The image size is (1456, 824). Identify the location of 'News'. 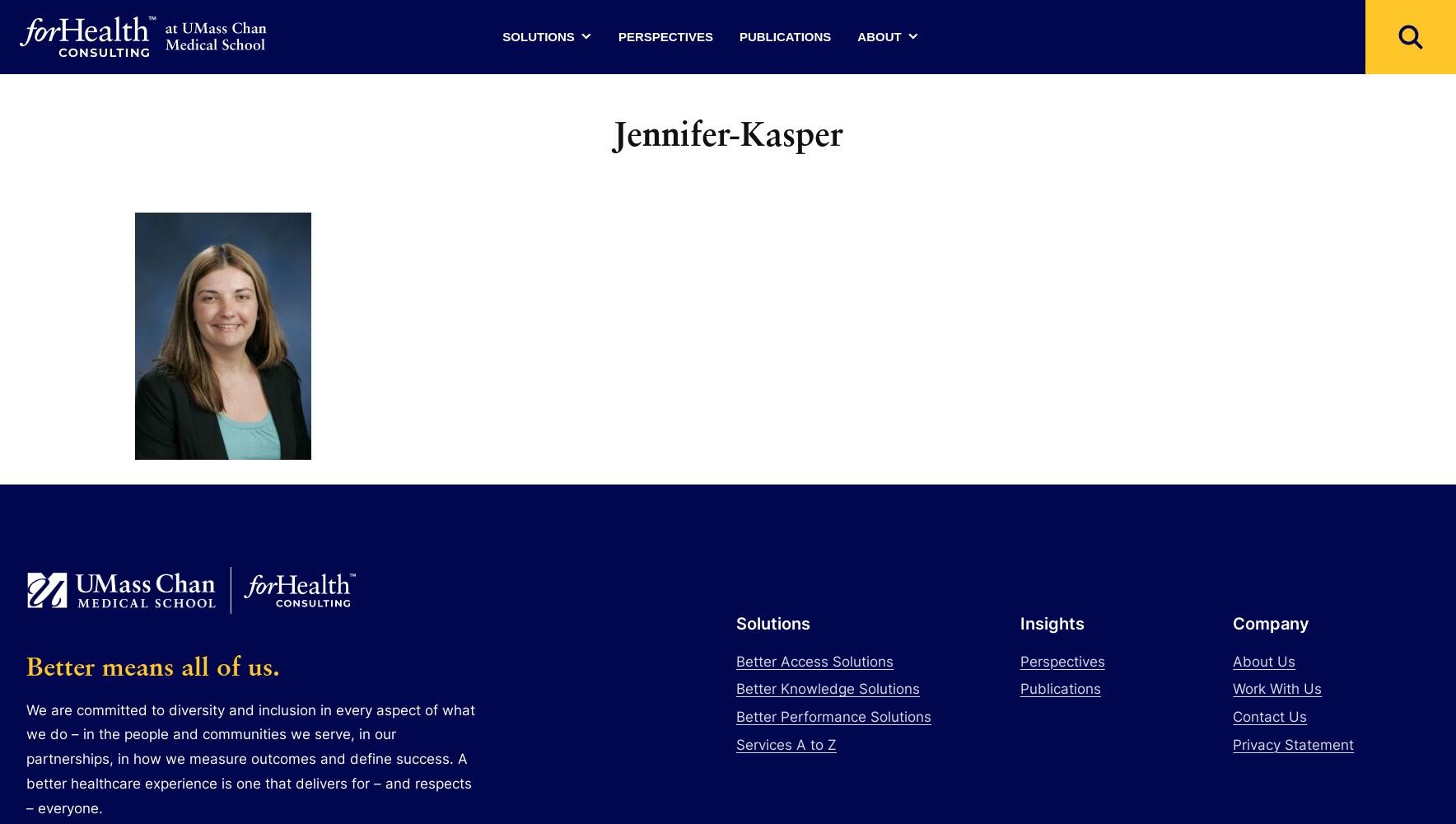
(886, 137).